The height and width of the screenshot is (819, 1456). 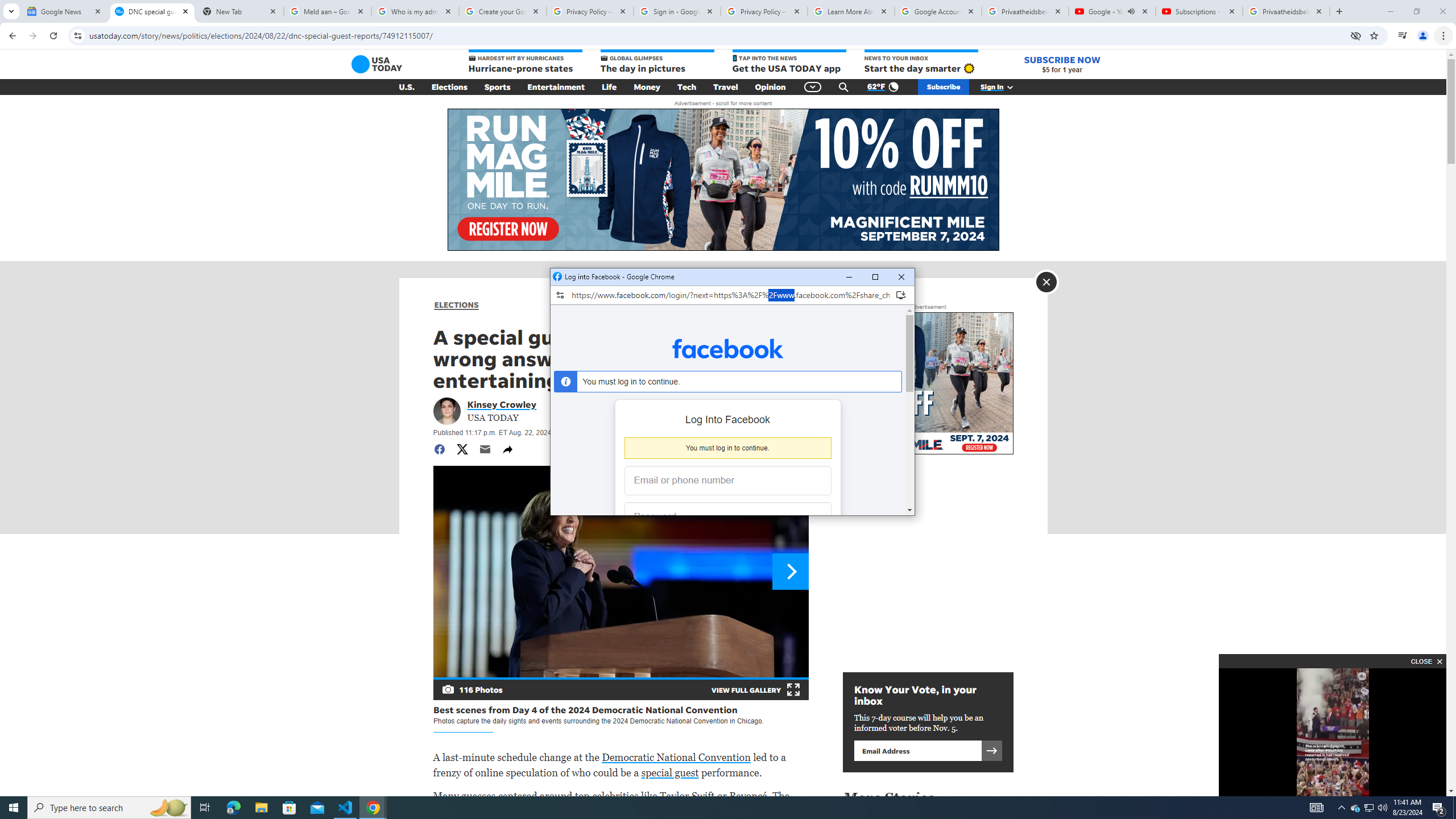 What do you see at coordinates (289, 806) in the screenshot?
I see `'Microsoft Store'` at bounding box center [289, 806].